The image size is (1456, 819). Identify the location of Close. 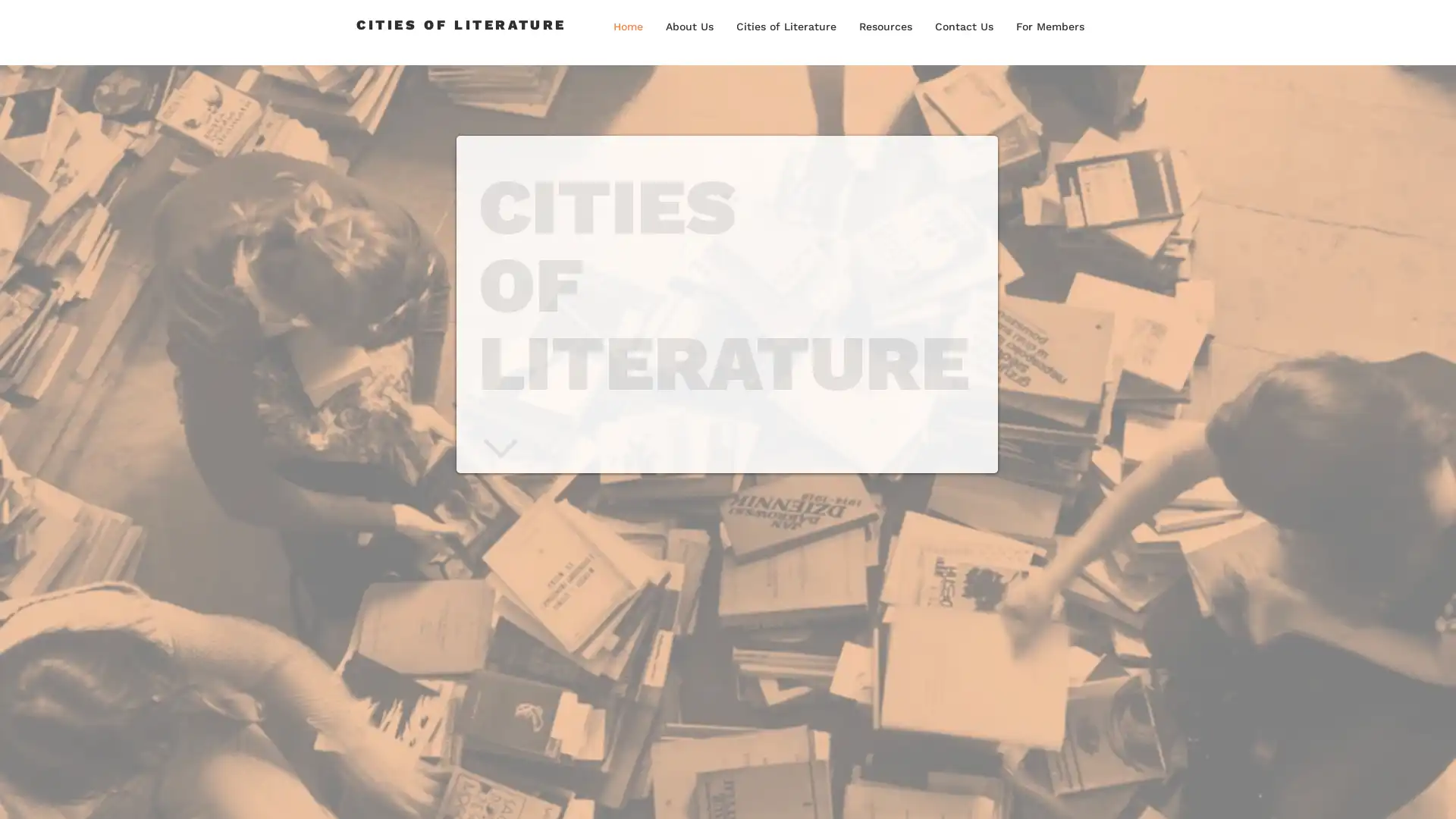
(1437, 792).